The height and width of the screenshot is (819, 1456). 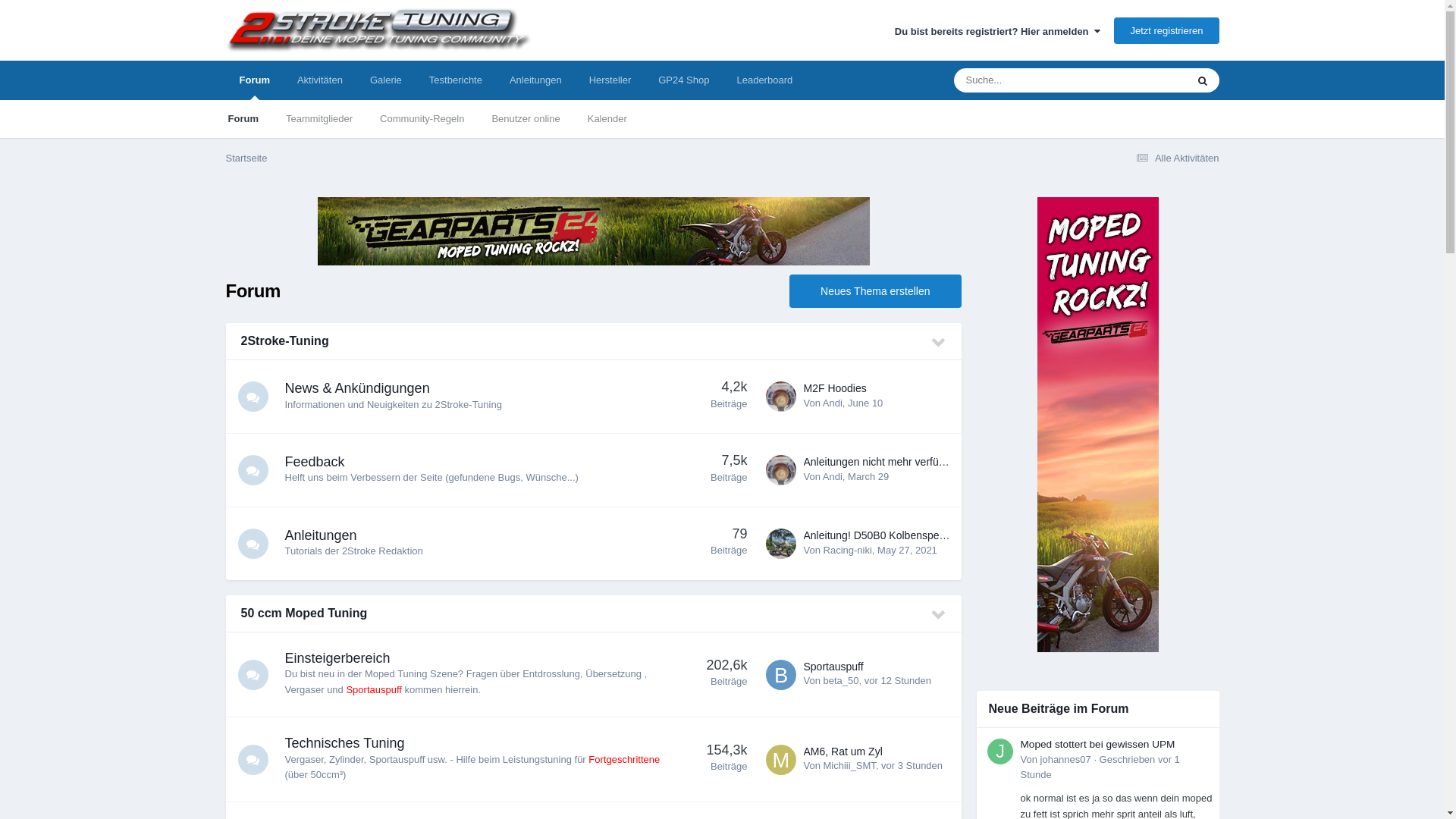 I want to click on 'Technisches Tuning', so click(x=284, y=742).